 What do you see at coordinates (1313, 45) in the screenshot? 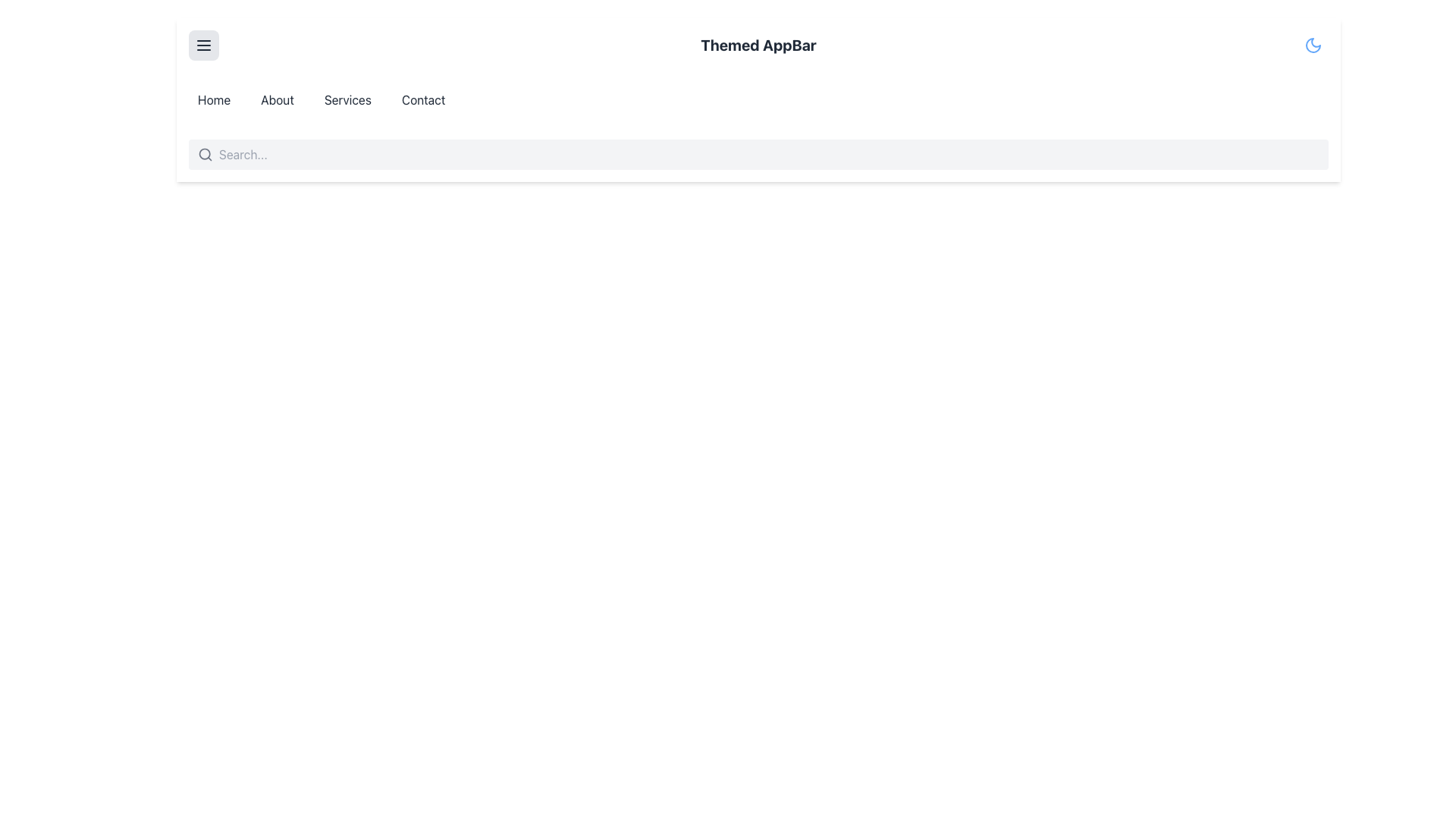
I see `the moon icon in the top-right corner of the application's header, which has a rounded crescent design and is blue in color` at bounding box center [1313, 45].